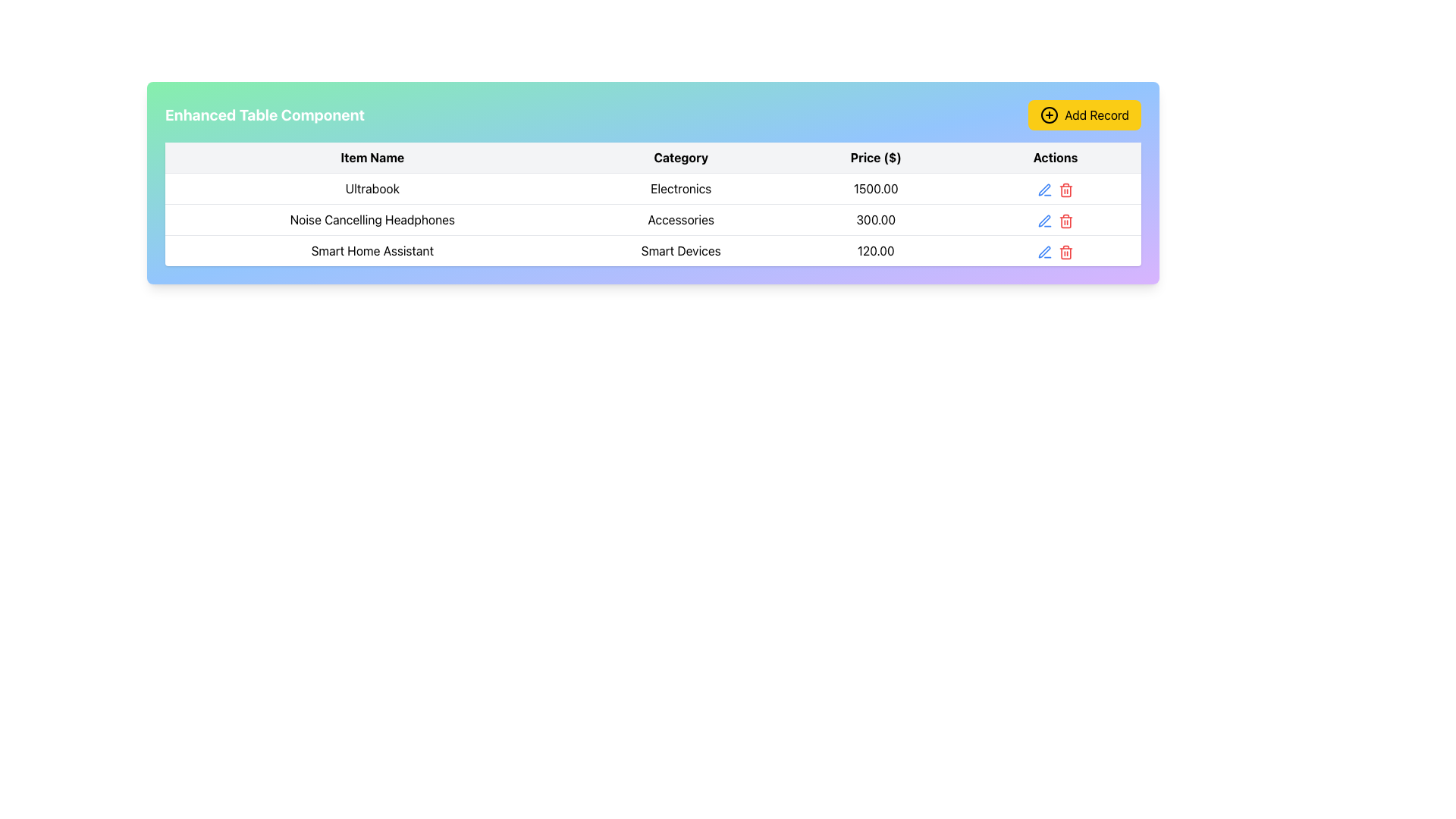 The height and width of the screenshot is (819, 1456). Describe the element at coordinates (876, 219) in the screenshot. I see `the price display element for the product 'Noise Cancelling Headphones' located in the 'Price ($)' column of the table` at that location.